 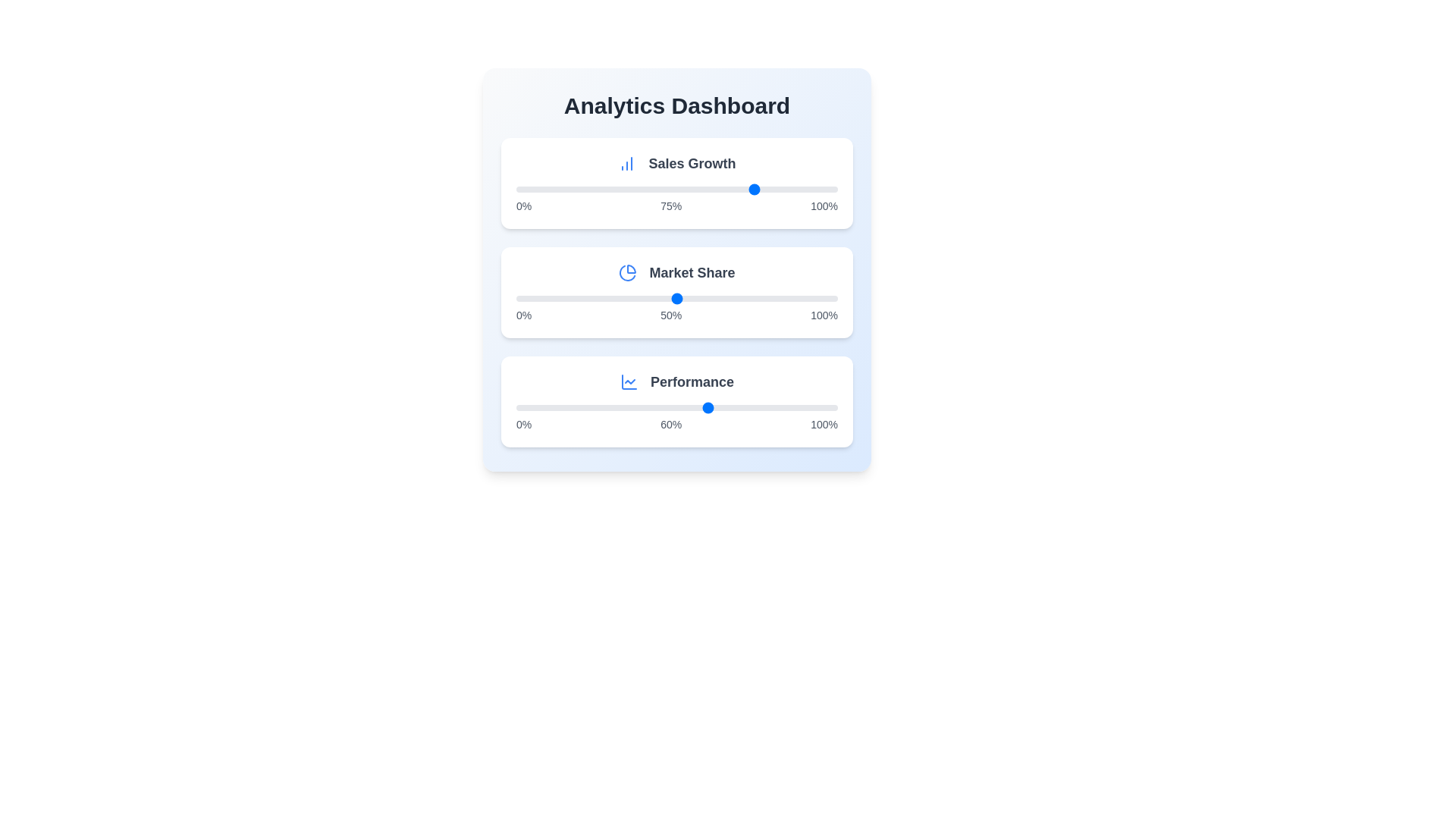 I want to click on the slider for 'Market Share' to set its value to 56, so click(x=695, y=298).